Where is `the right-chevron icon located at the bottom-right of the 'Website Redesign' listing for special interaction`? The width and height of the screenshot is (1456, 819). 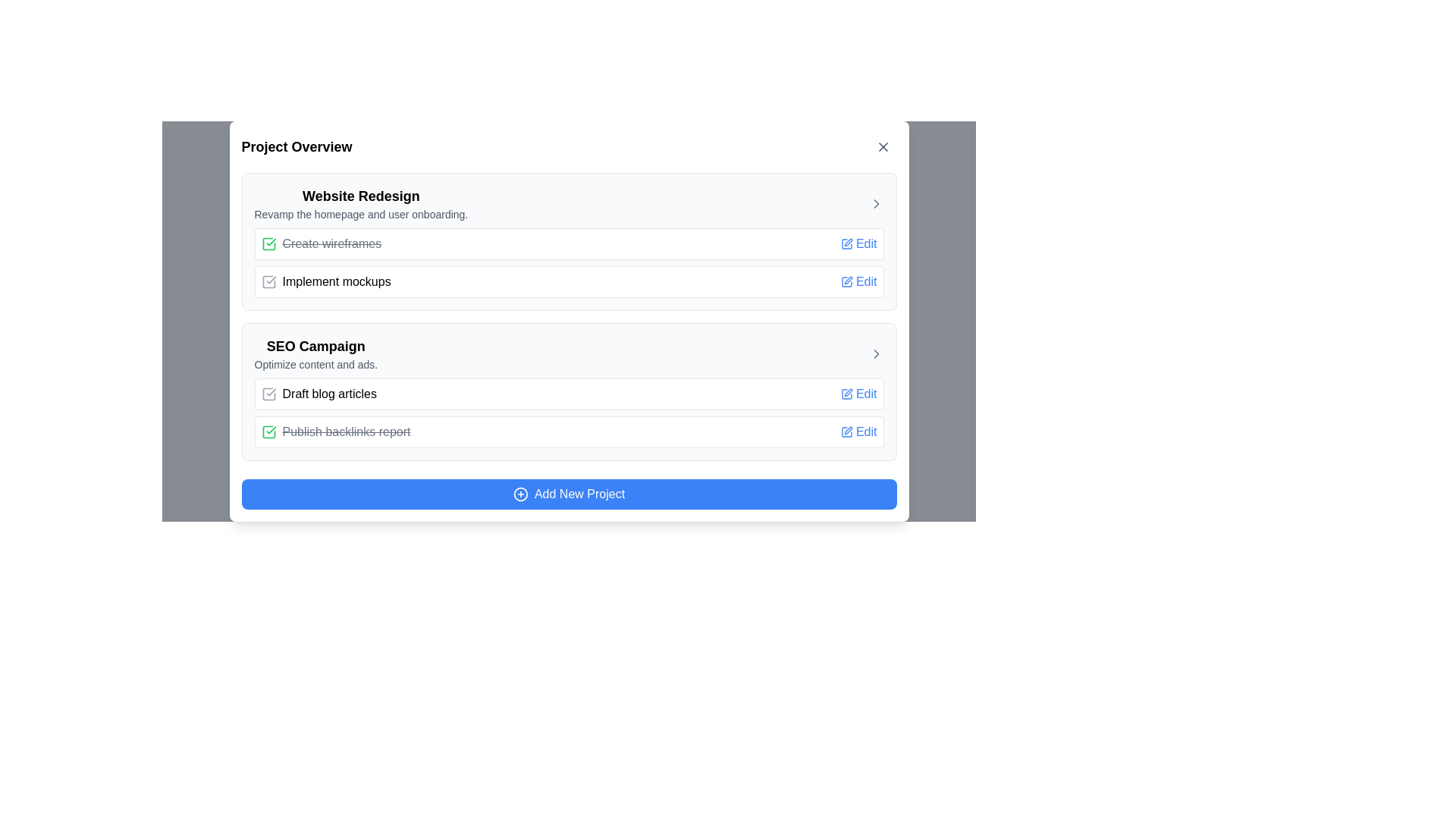
the right-chevron icon located at the bottom-right of the 'Website Redesign' listing for special interaction is located at coordinates (876, 203).